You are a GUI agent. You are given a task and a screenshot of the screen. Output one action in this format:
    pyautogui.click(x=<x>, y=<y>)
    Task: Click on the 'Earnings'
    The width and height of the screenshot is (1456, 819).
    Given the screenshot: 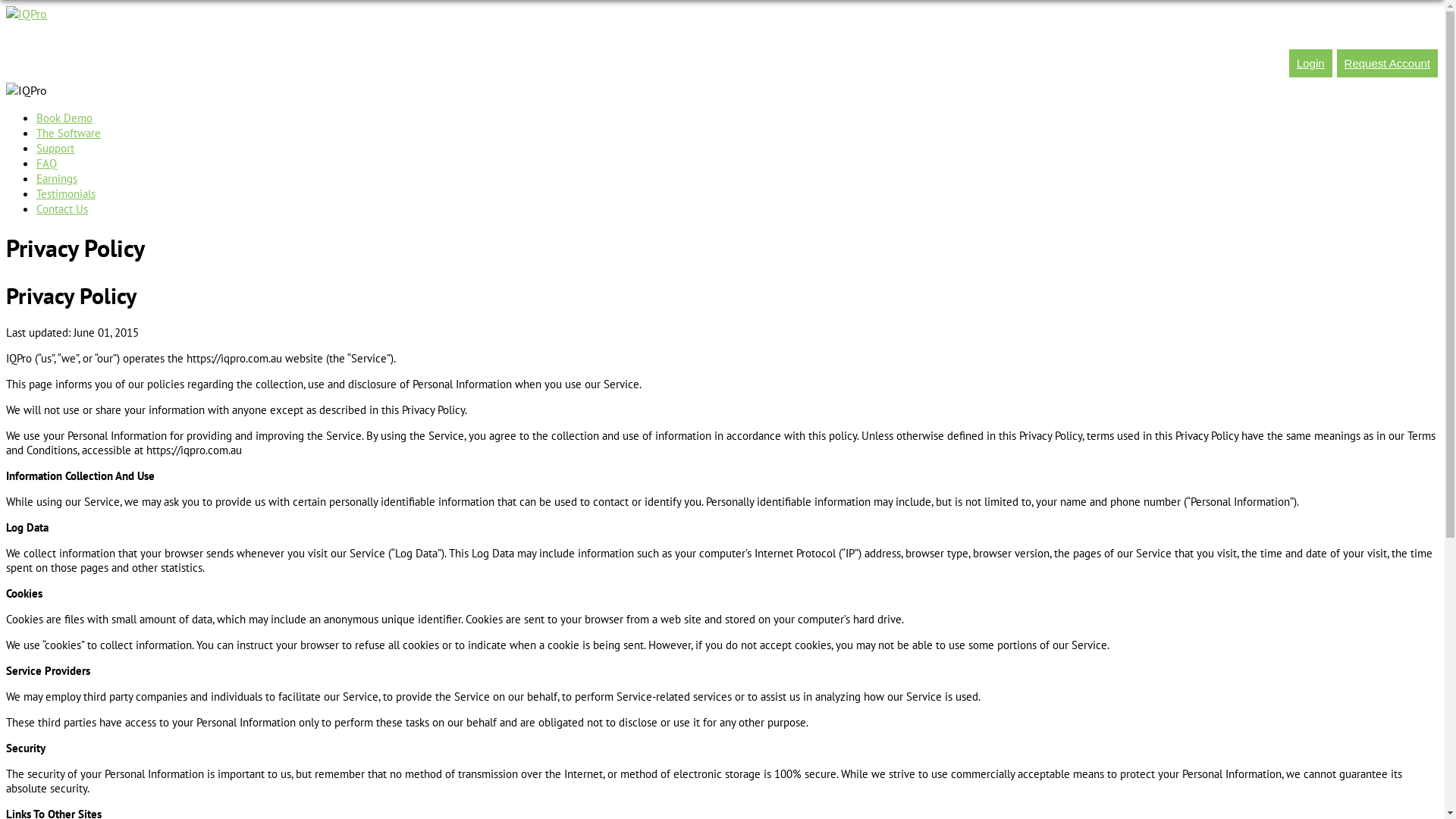 What is the action you would take?
    pyautogui.click(x=57, y=177)
    